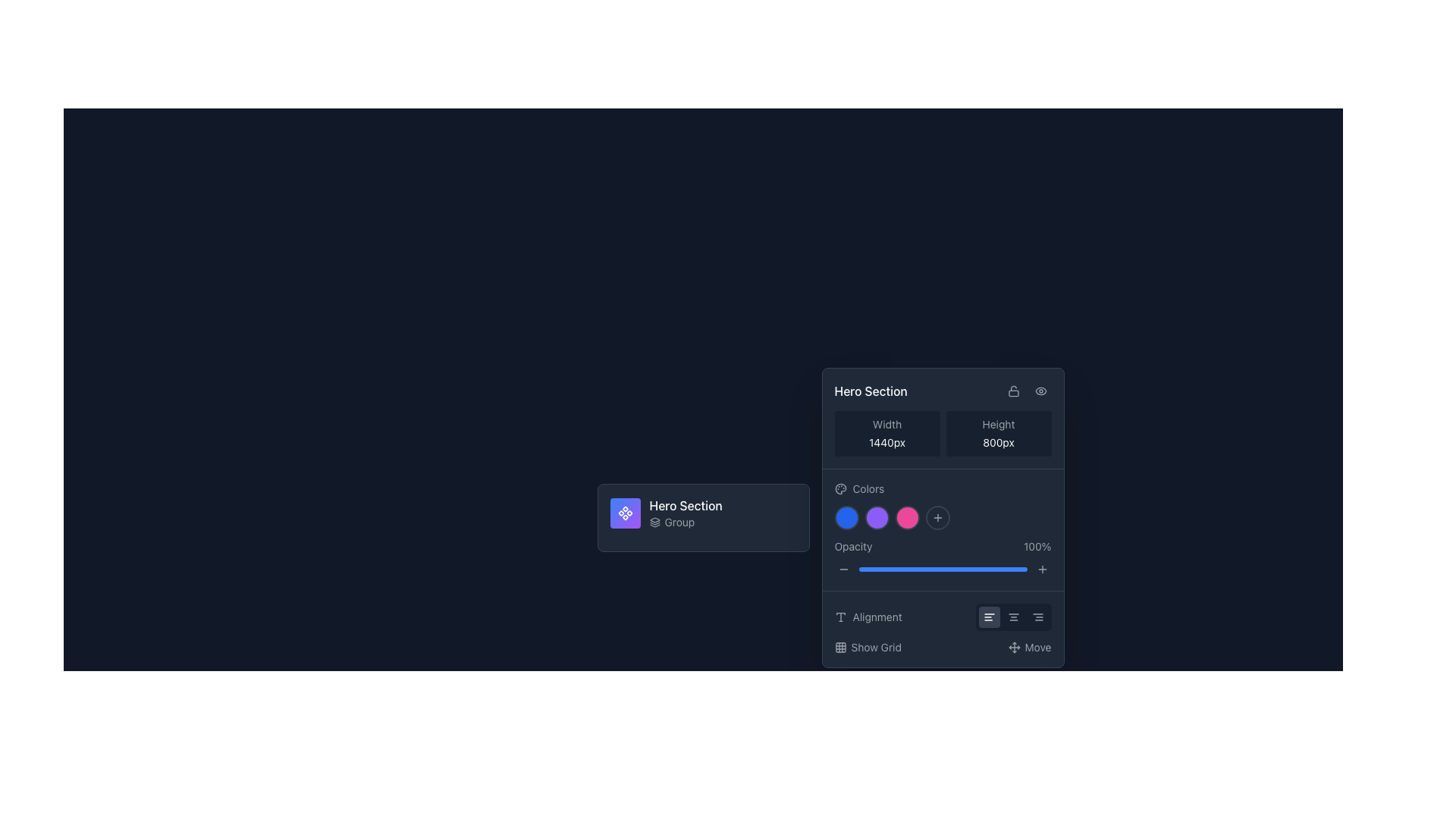 The height and width of the screenshot is (819, 1456). Describe the element at coordinates (887, 442) in the screenshot. I see `the text label displaying '1440px' in white, which is located within a grayish rounded box labeled 'Width'` at that location.